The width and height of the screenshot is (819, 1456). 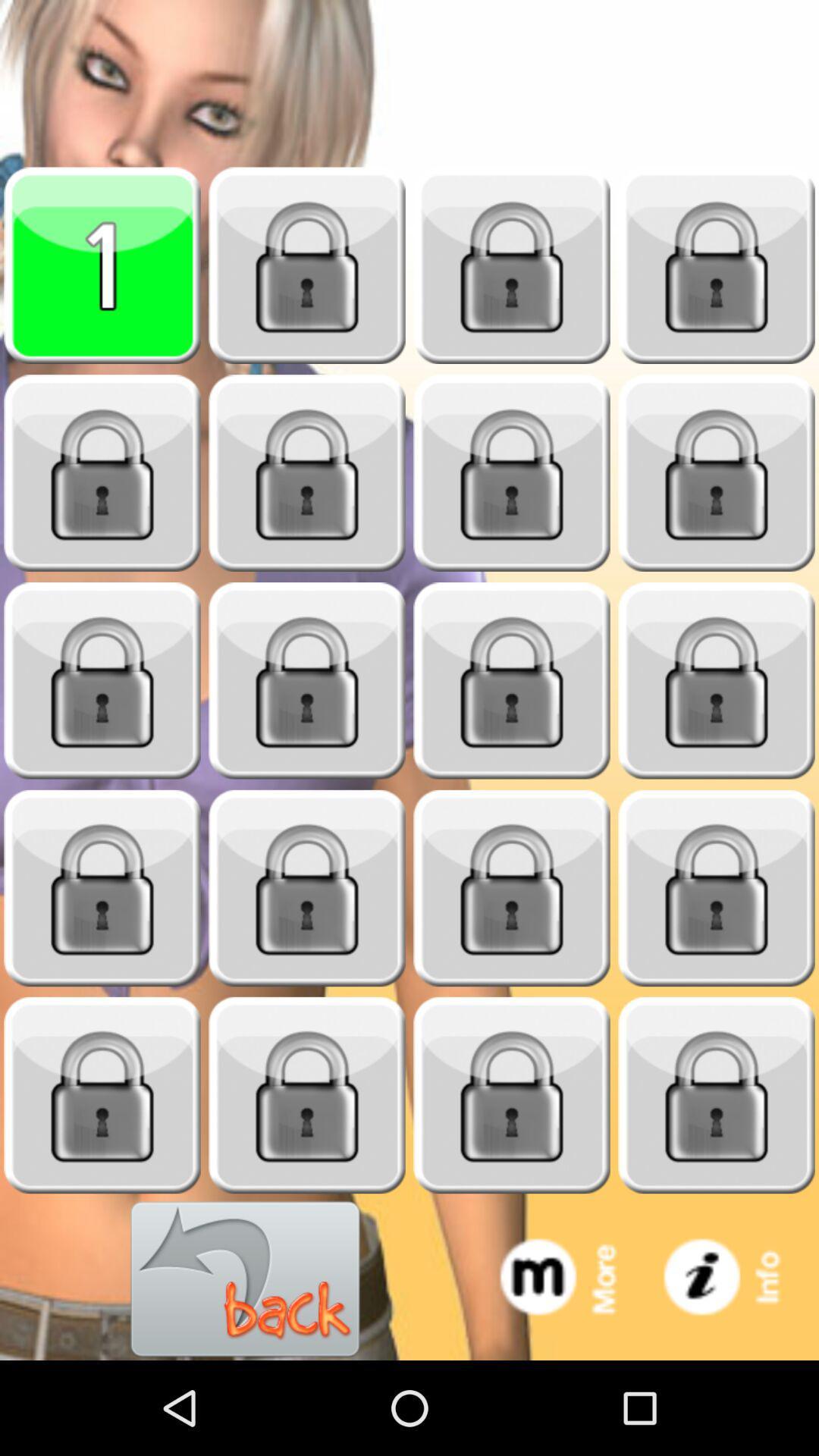 I want to click on icone button, so click(x=736, y=1279).